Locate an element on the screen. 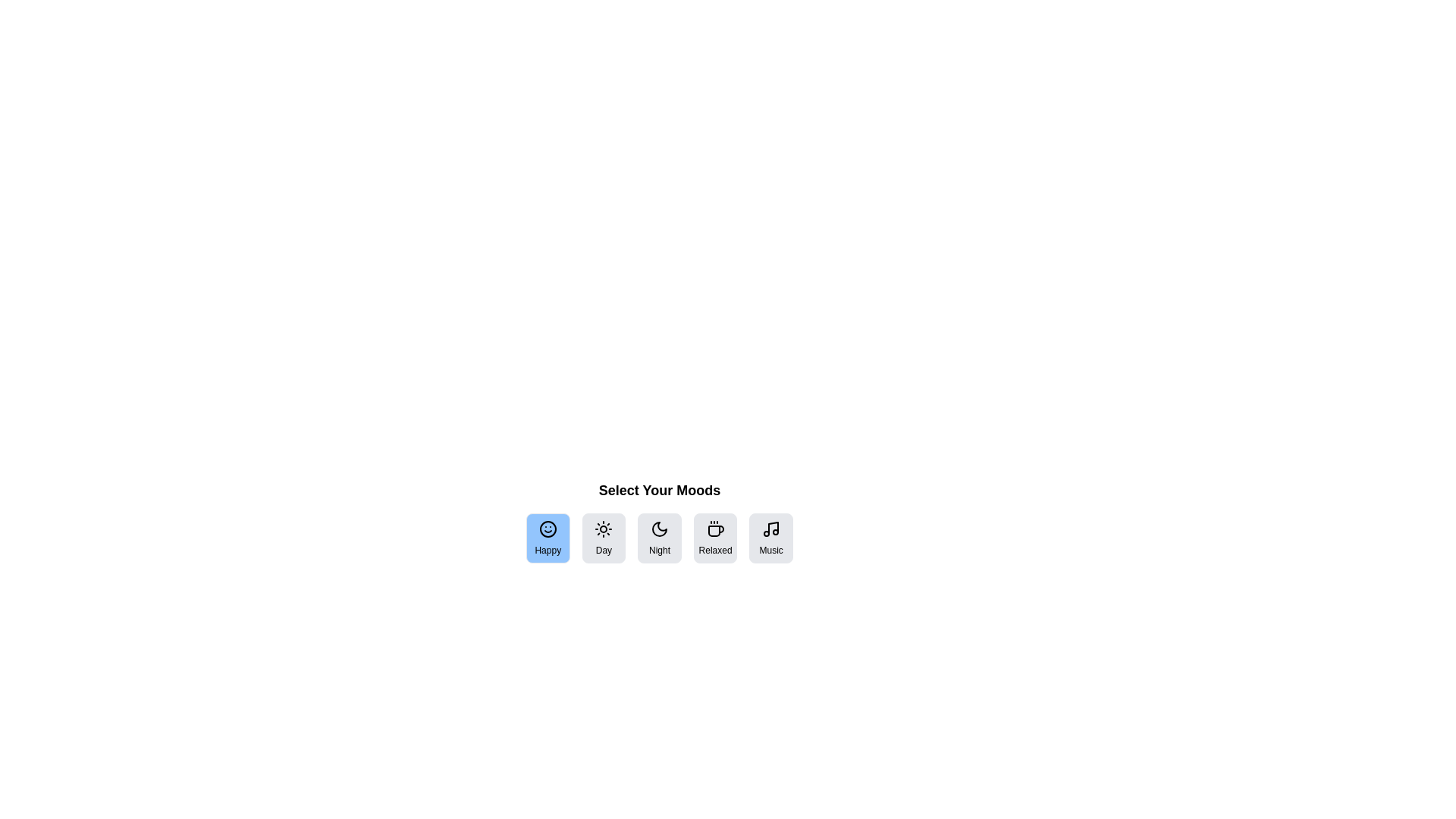 The height and width of the screenshot is (819, 1456). the static text element that reads 'Night', which is styled in a small font and is part of a button-like component with a light gray background, located centrally below a night-themed icon is located at coordinates (659, 550).